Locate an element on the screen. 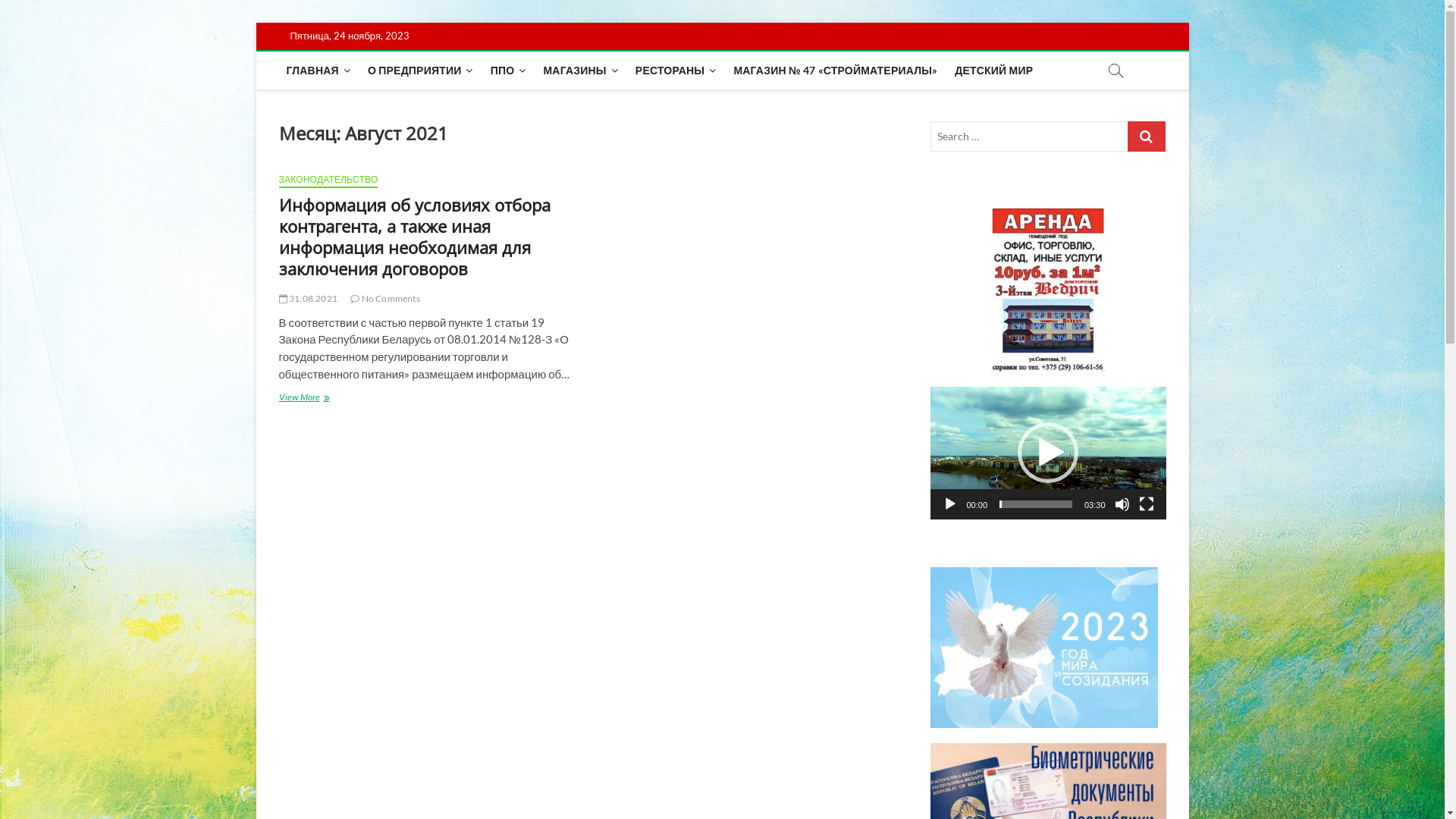 The width and height of the screenshot is (1456, 819). 'Skip to content' is located at coordinates (255, 22).